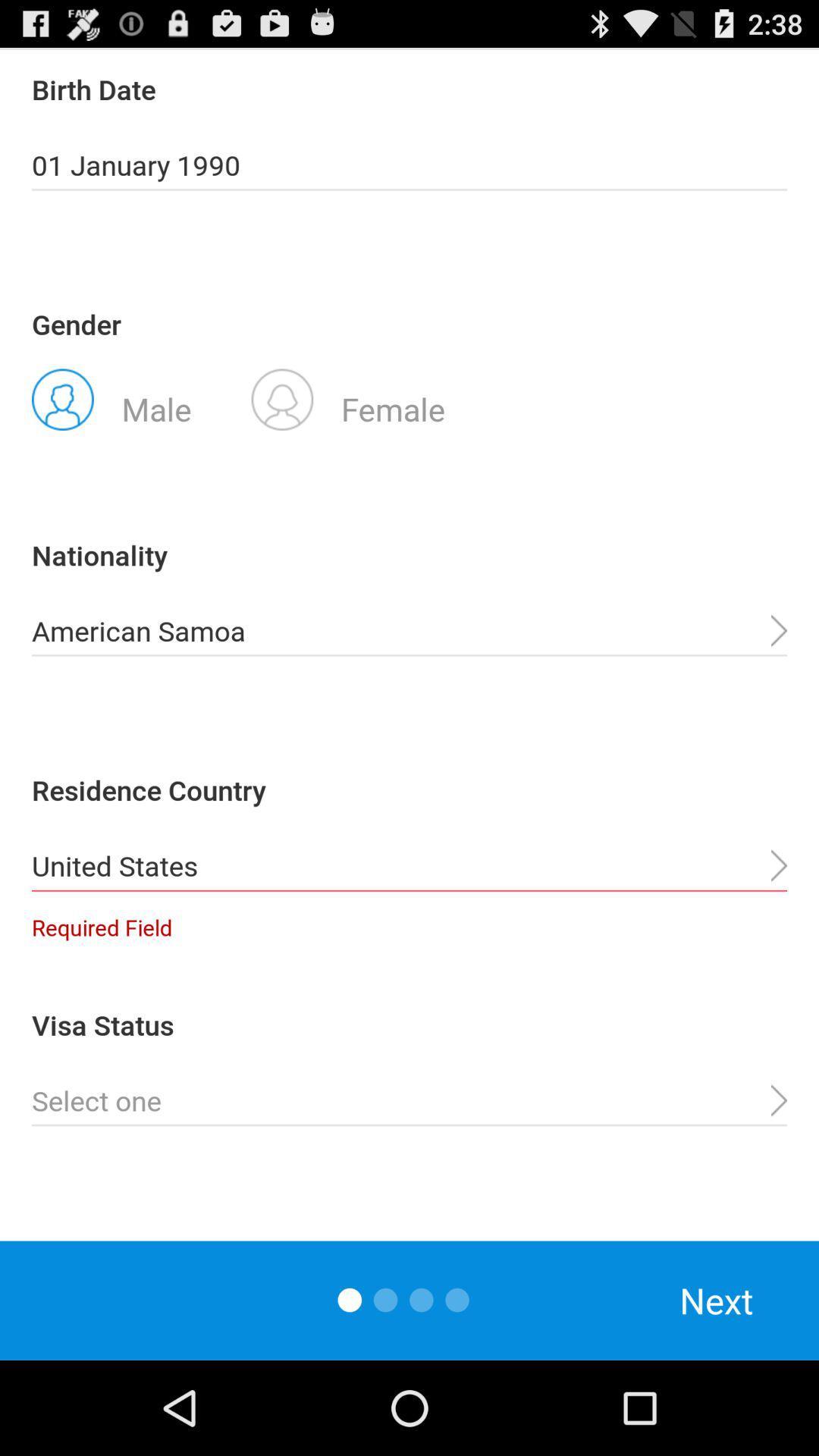 The height and width of the screenshot is (1456, 819). I want to click on open pull down menu, so click(409, 1101).